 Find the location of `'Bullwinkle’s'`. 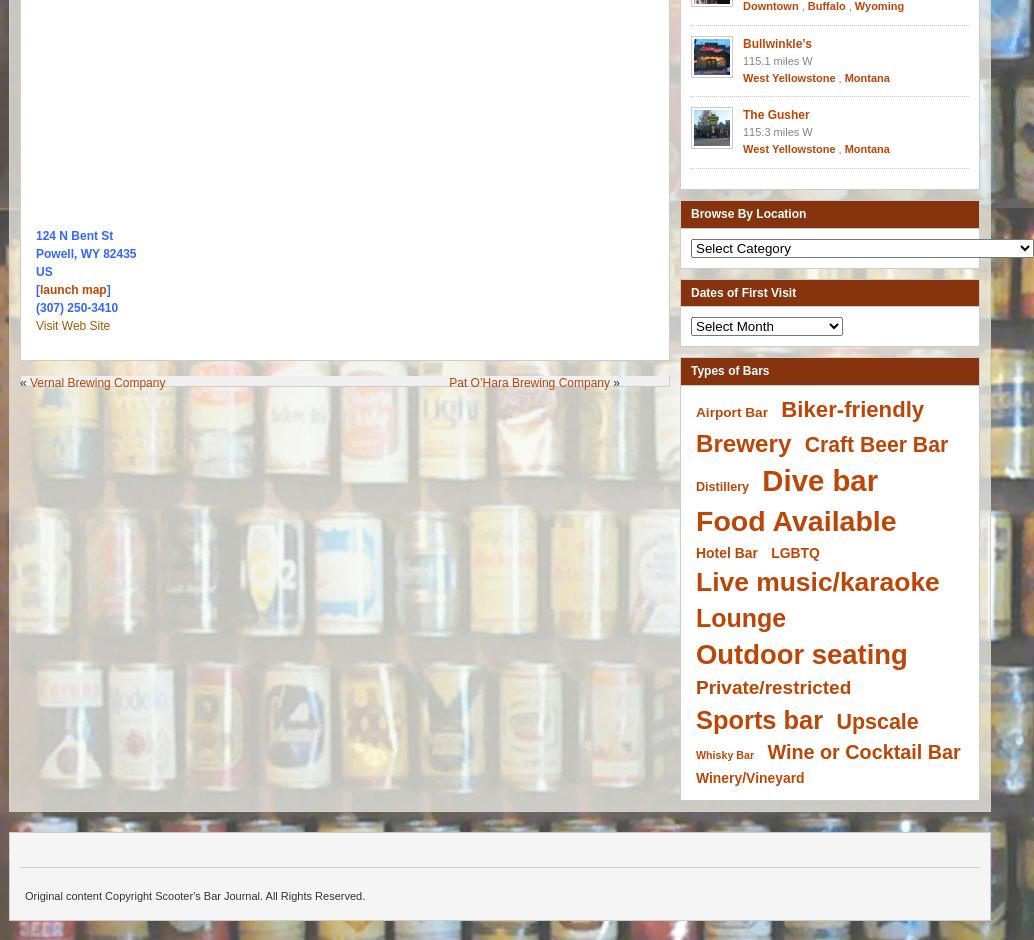

'Bullwinkle’s' is located at coordinates (776, 41).